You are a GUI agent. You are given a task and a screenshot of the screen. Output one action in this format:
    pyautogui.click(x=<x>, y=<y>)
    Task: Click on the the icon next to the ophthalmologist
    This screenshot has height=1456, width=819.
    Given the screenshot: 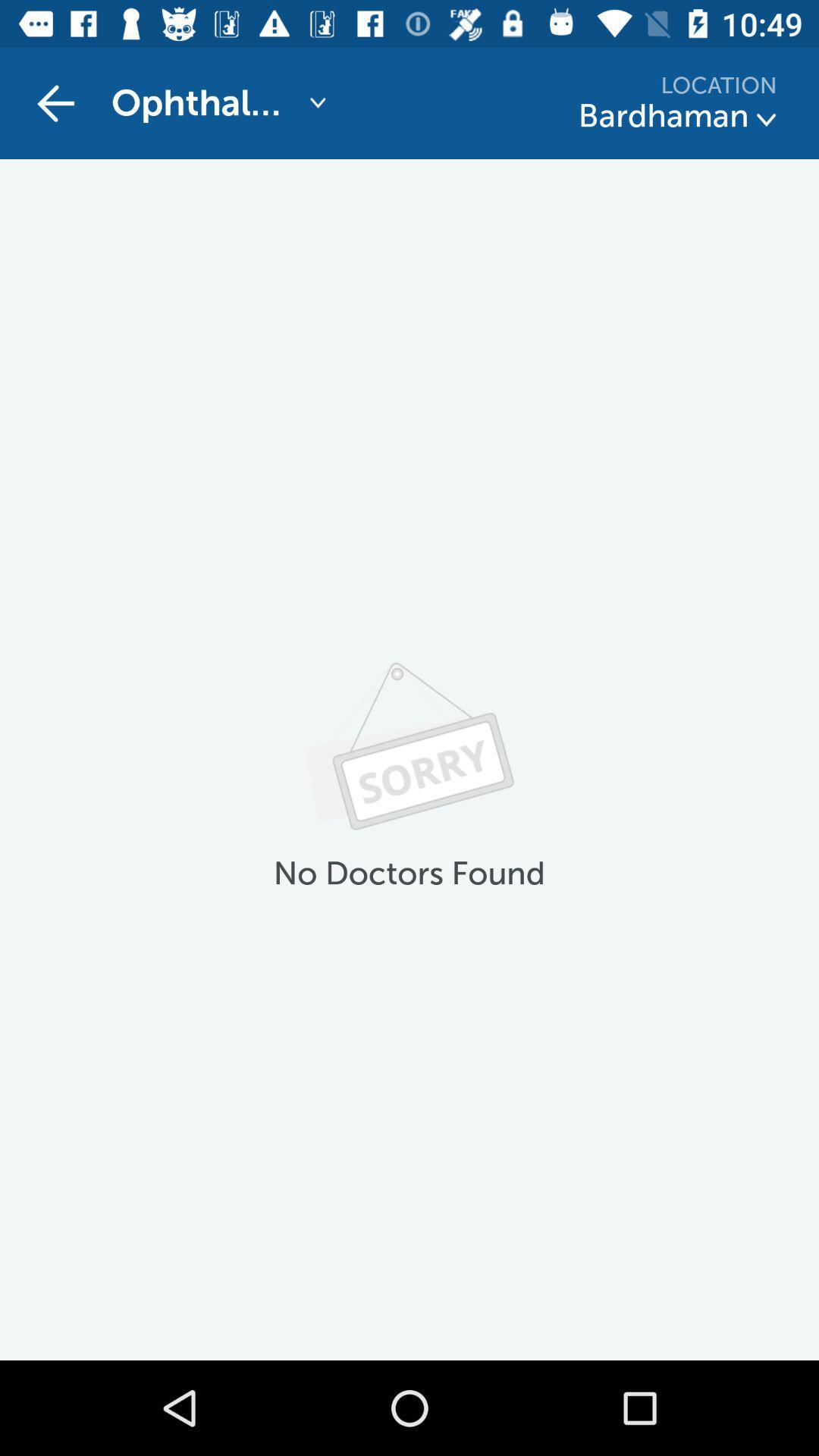 What is the action you would take?
    pyautogui.click(x=55, y=102)
    